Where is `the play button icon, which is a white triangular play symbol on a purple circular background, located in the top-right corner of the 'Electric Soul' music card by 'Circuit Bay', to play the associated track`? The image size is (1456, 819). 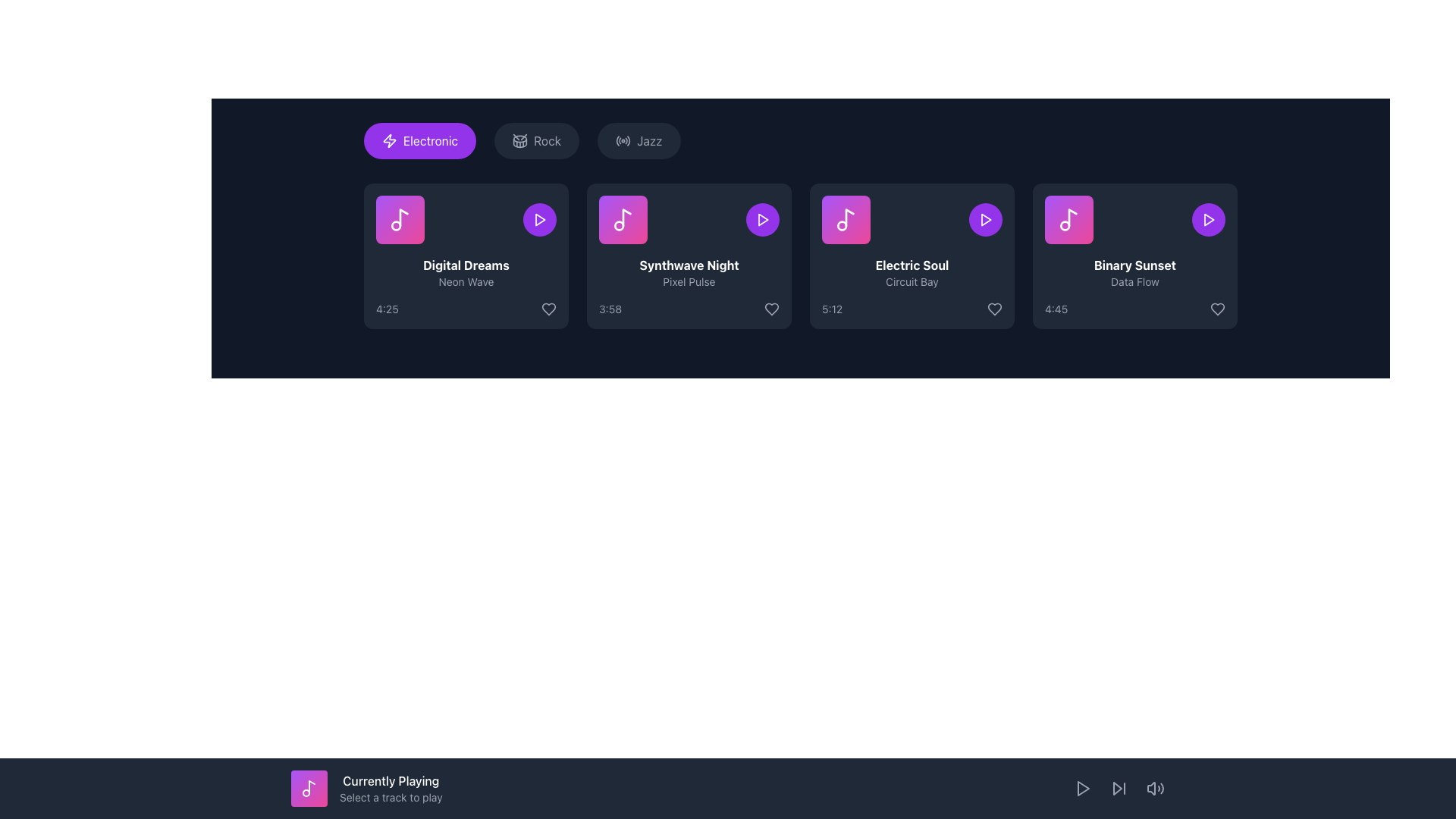 the play button icon, which is a white triangular play symbol on a purple circular background, located in the top-right corner of the 'Electric Soul' music card by 'Circuit Bay', to play the associated track is located at coordinates (986, 219).